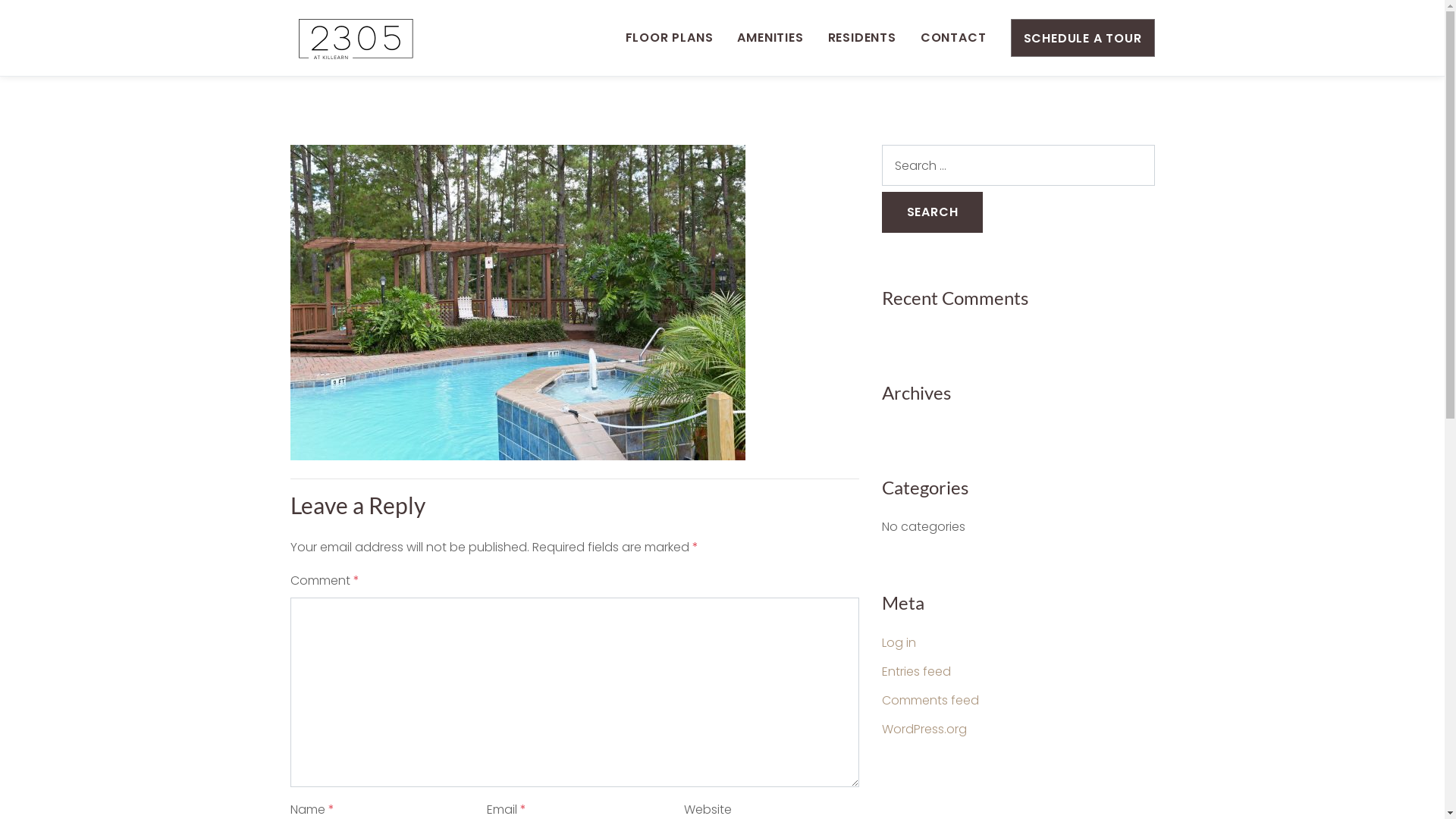 The height and width of the screenshot is (819, 1456). Describe the element at coordinates (915, 670) in the screenshot. I see `'Entries feed'` at that location.